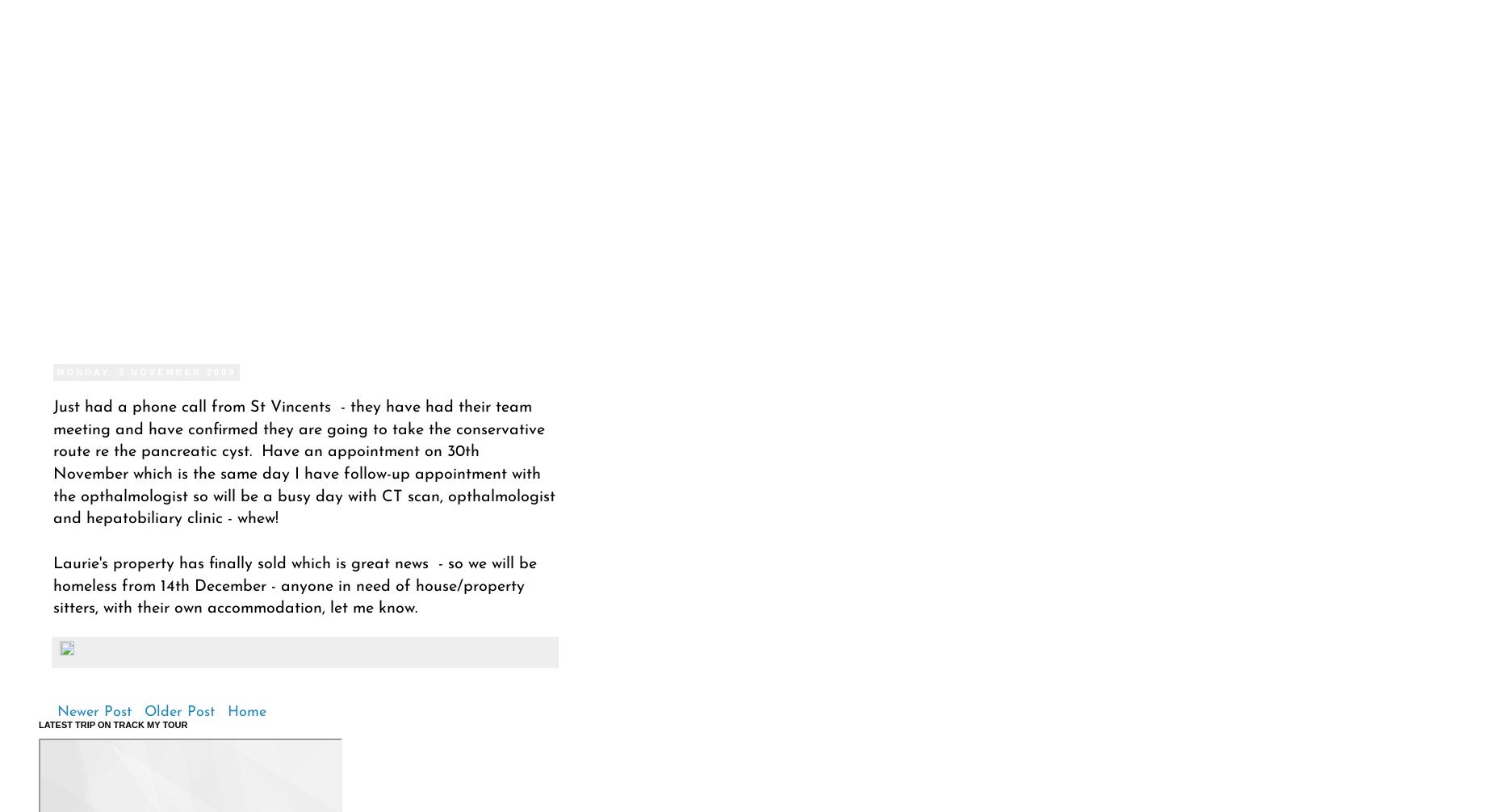 The height and width of the screenshot is (812, 1500). I want to click on 'Travels around Australia and Europe - you can do it!', so click(213, 152).